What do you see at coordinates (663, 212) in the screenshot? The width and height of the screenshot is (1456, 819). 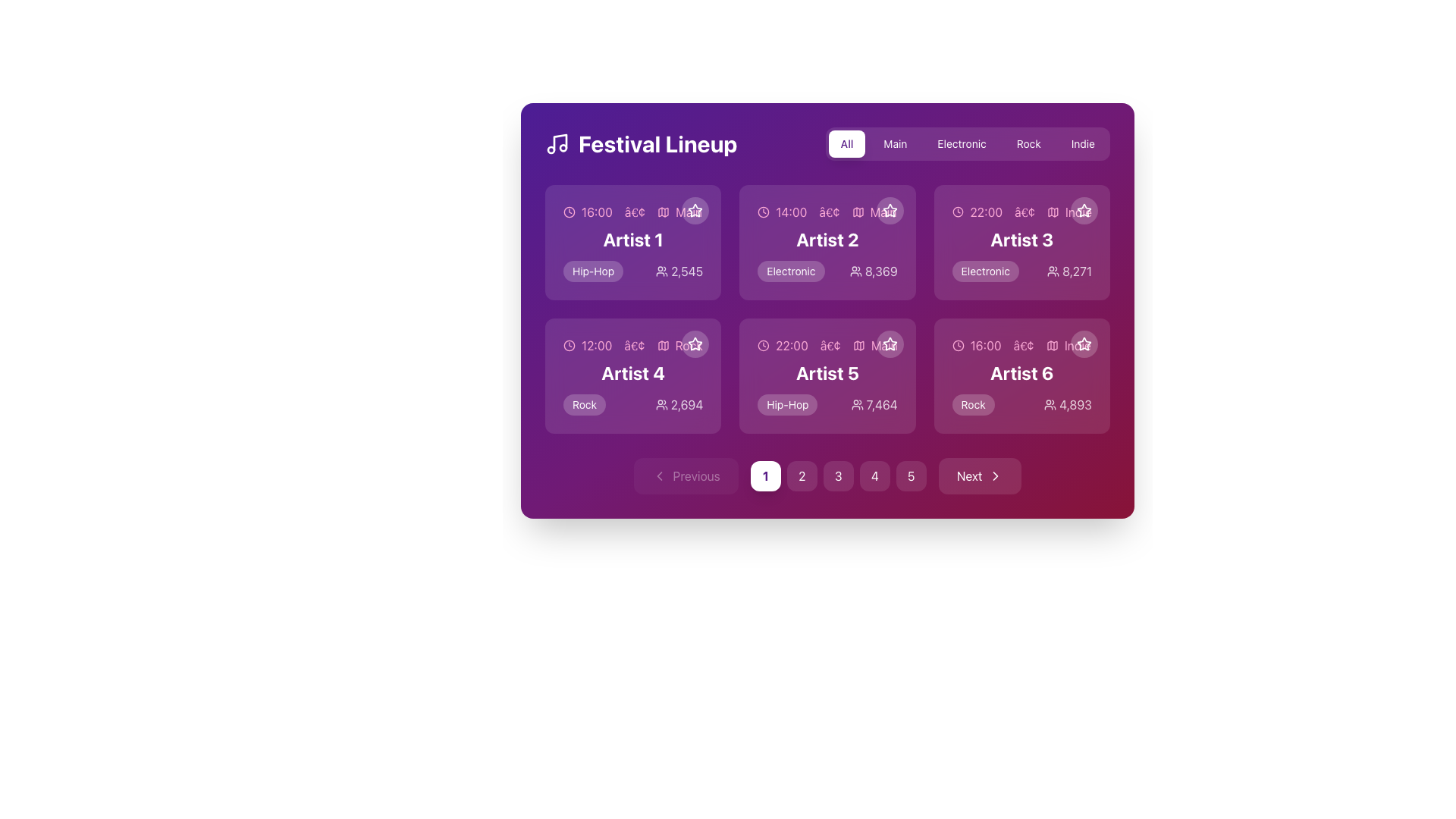 I see `map feature icon located in the top-right corner of the 'Artist 1' information card` at bounding box center [663, 212].